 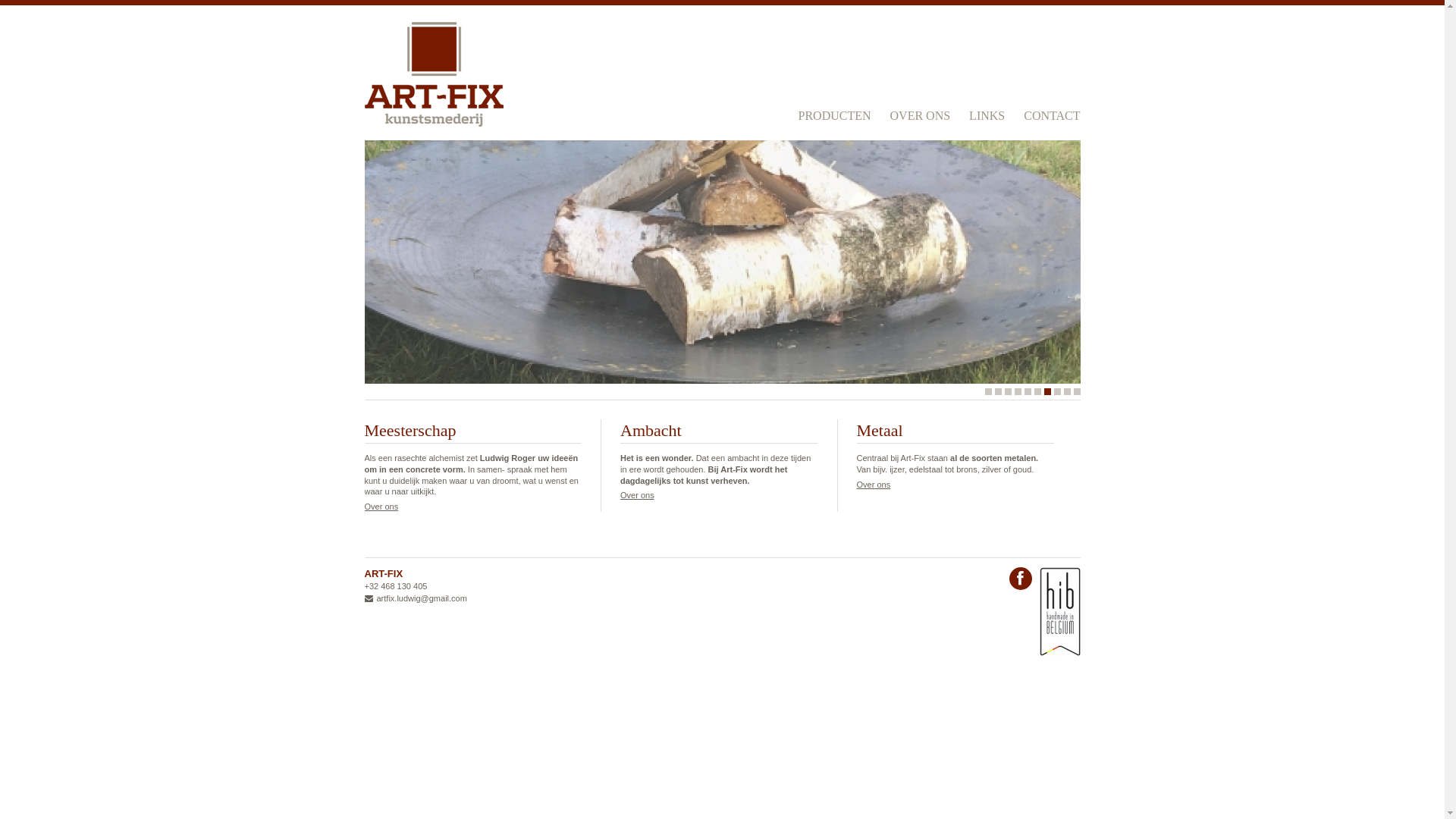 I want to click on '8', so click(x=1056, y=391).